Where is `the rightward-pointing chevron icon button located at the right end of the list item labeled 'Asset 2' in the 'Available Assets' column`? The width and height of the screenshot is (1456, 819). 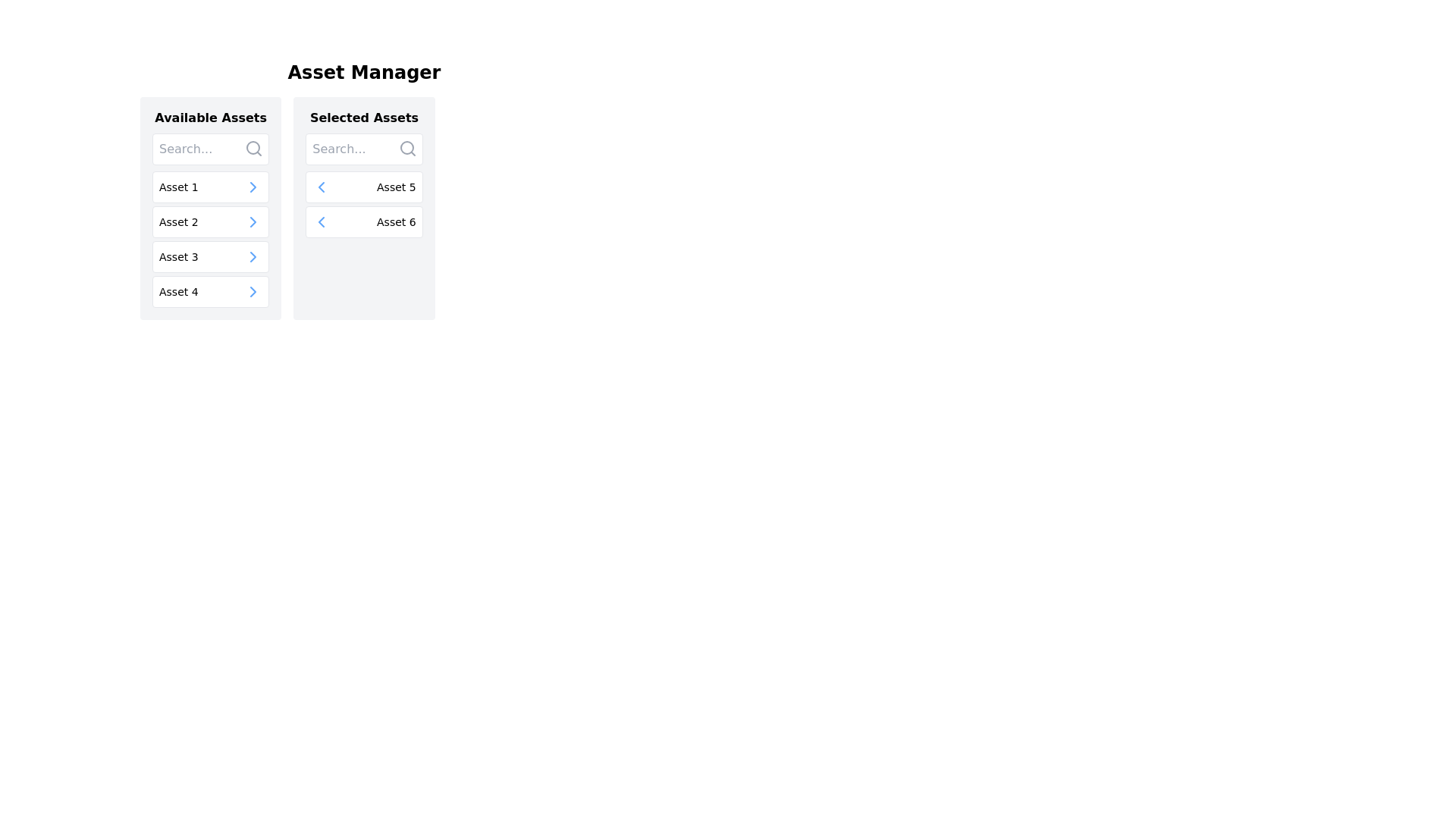
the rightward-pointing chevron icon button located at the right end of the list item labeled 'Asset 2' in the 'Available Assets' column is located at coordinates (253, 222).